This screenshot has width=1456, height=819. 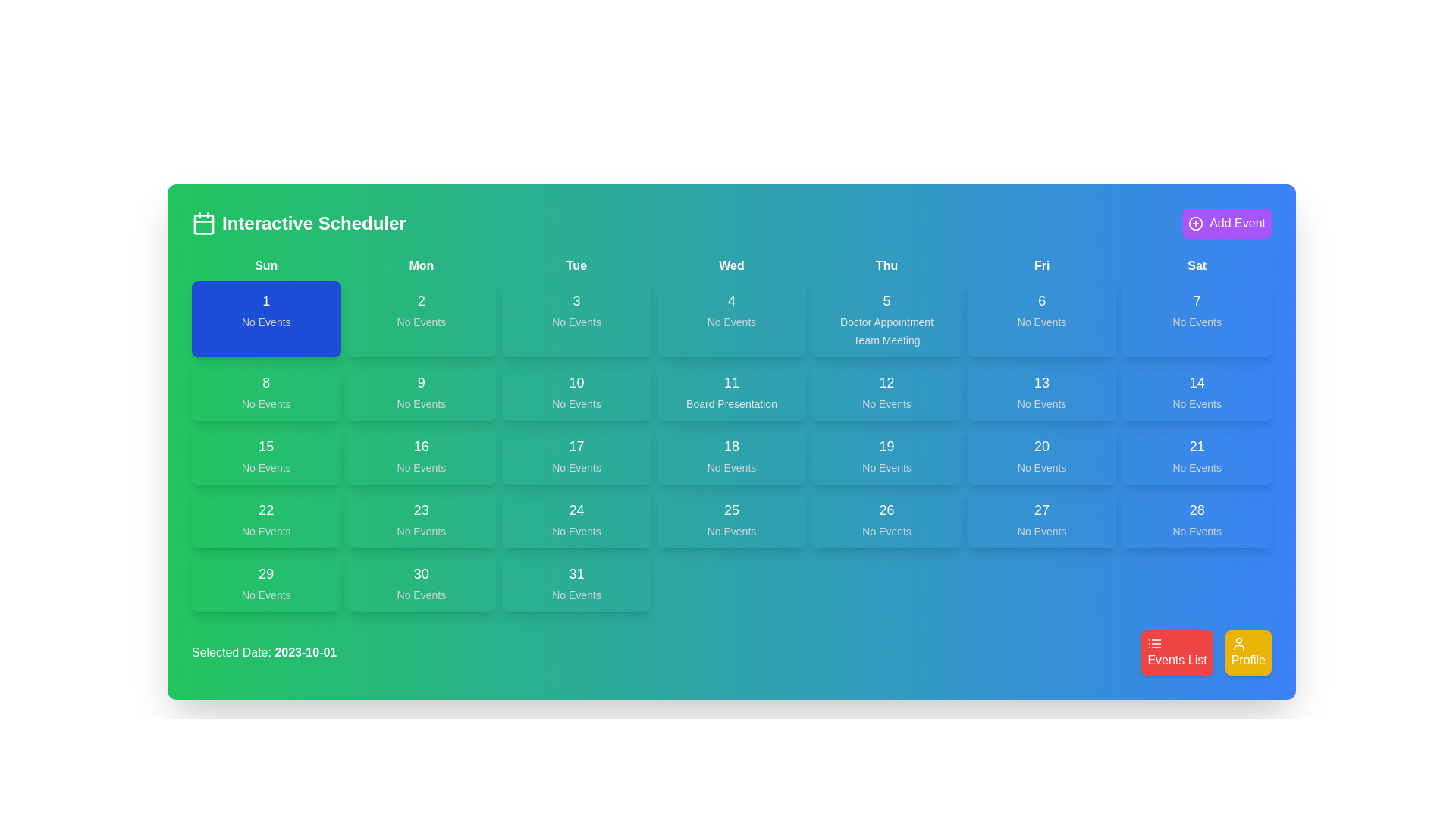 What do you see at coordinates (1227, 223) in the screenshot?
I see `the interactive button located in the upper right corner of the 'Interactive Scheduler'` at bounding box center [1227, 223].